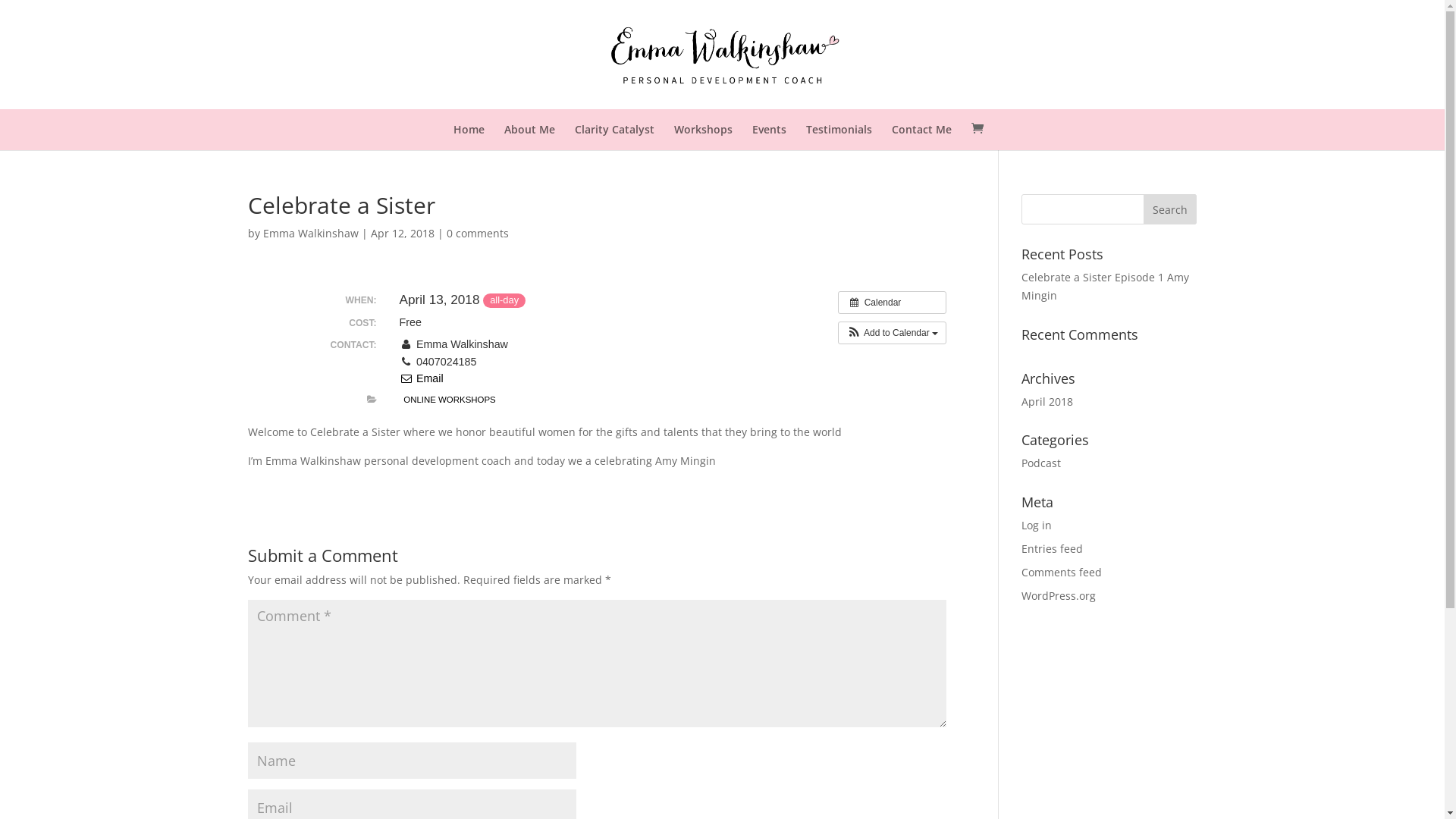  What do you see at coordinates (752, 128) in the screenshot?
I see `'Events'` at bounding box center [752, 128].